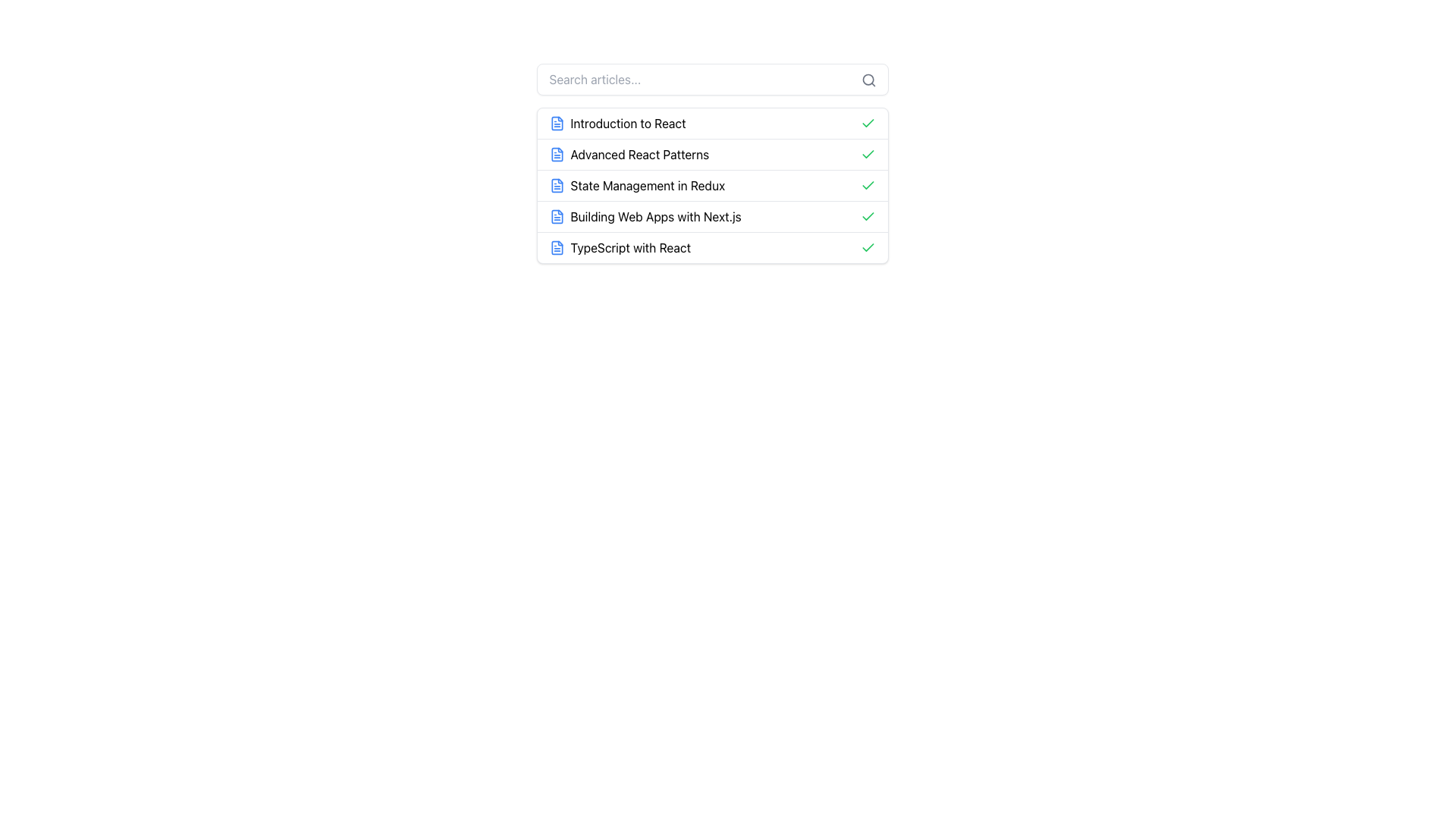 The width and height of the screenshot is (1456, 819). Describe the element at coordinates (620, 247) in the screenshot. I see `the list item representing 'TypeScript with React'` at that location.